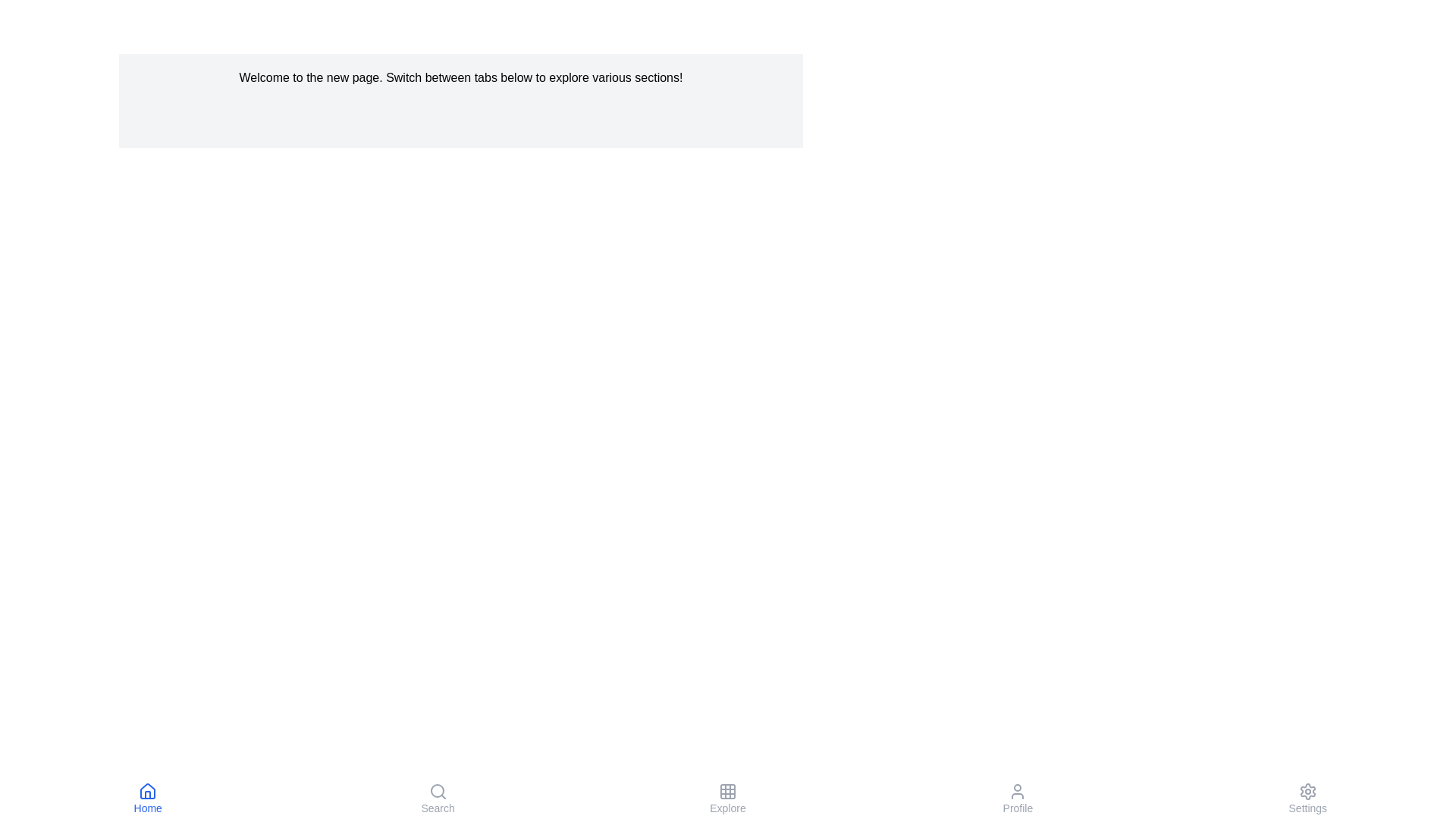 This screenshot has width=1456, height=819. Describe the element at coordinates (436, 789) in the screenshot. I see `the decorative circle within the SVG search icon located` at that location.